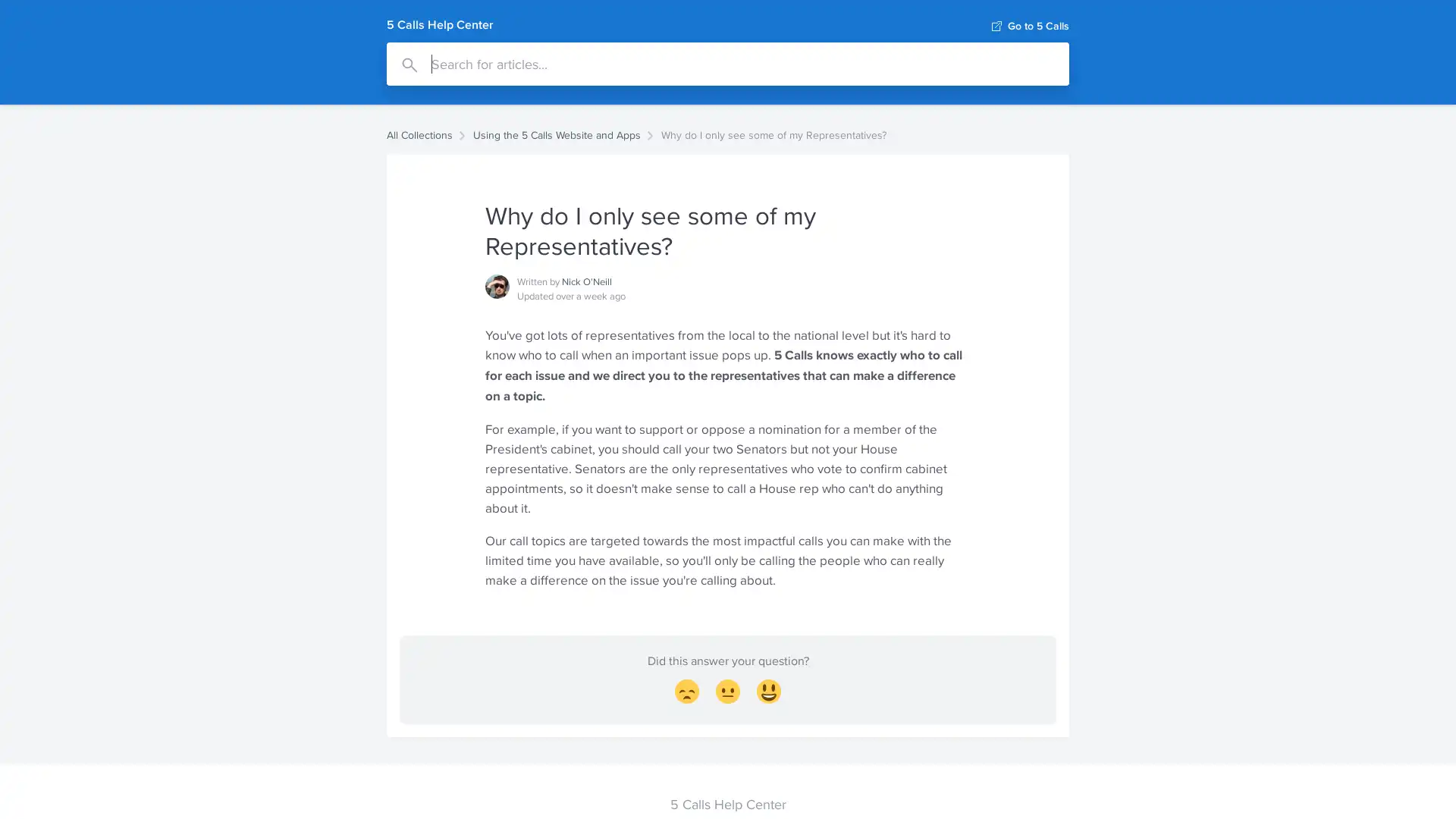 The width and height of the screenshot is (1456, 819). I want to click on Neutral face Reaction, so click(728, 694).